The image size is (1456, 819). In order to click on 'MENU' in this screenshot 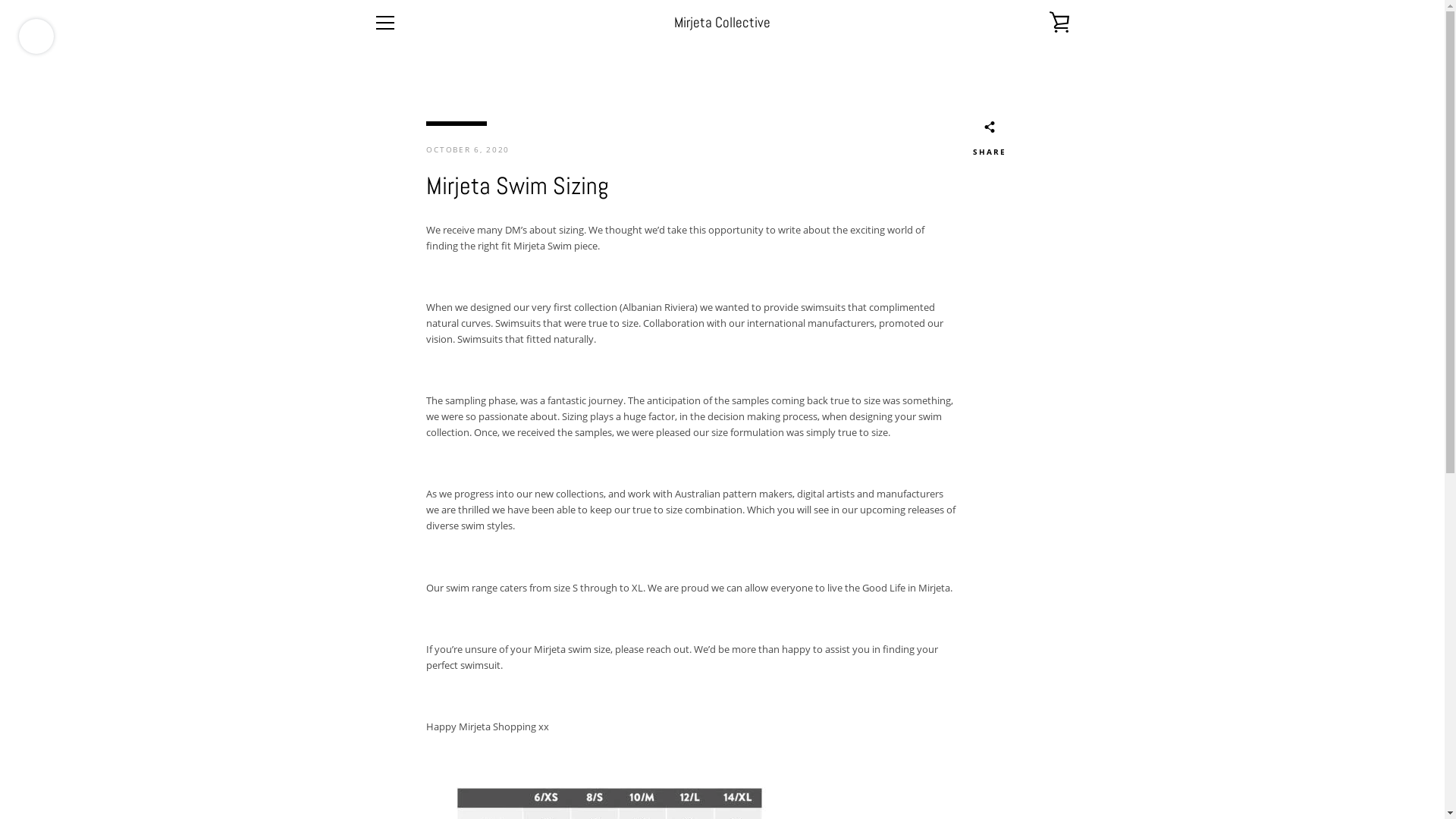, I will do `click(384, 23)`.